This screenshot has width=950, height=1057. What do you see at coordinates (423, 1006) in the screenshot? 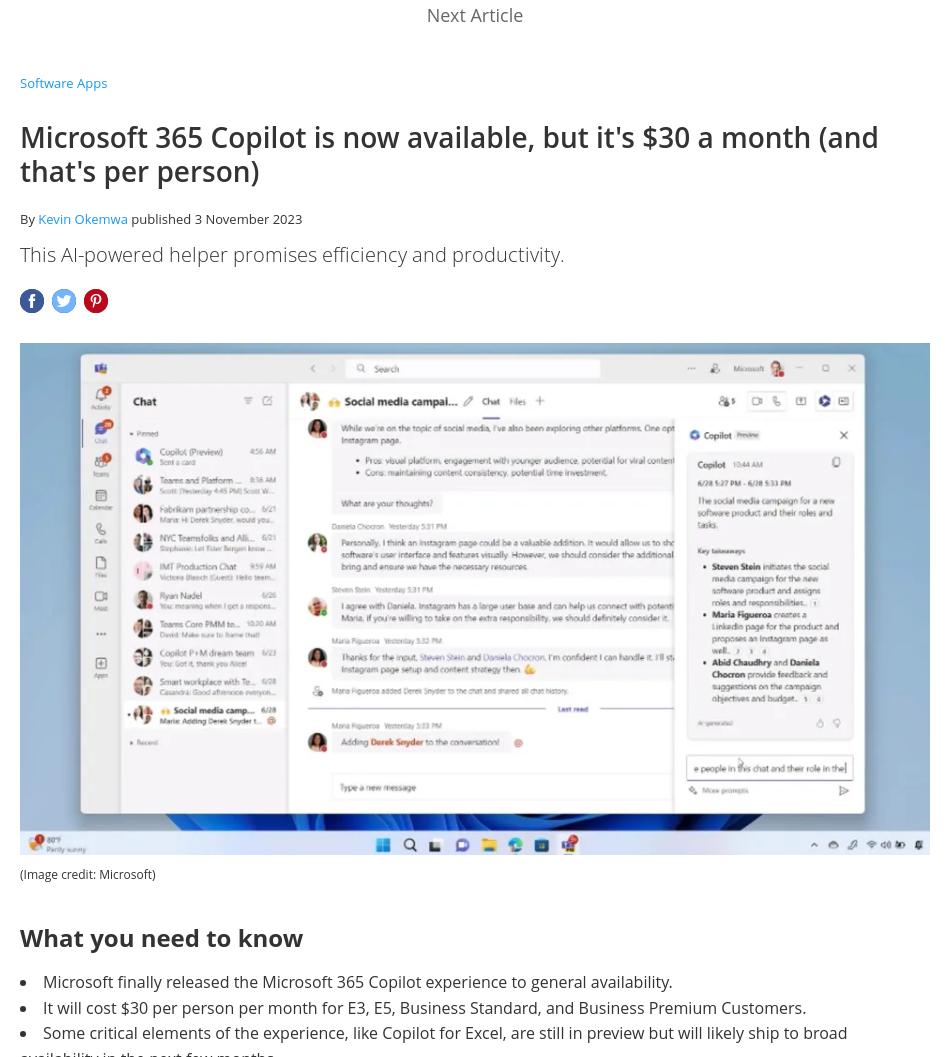
I see `'It will cost $30 per person per month for E3, E5, Business Standard, and Business Premium Customers.'` at bounding box center [423, 1006].